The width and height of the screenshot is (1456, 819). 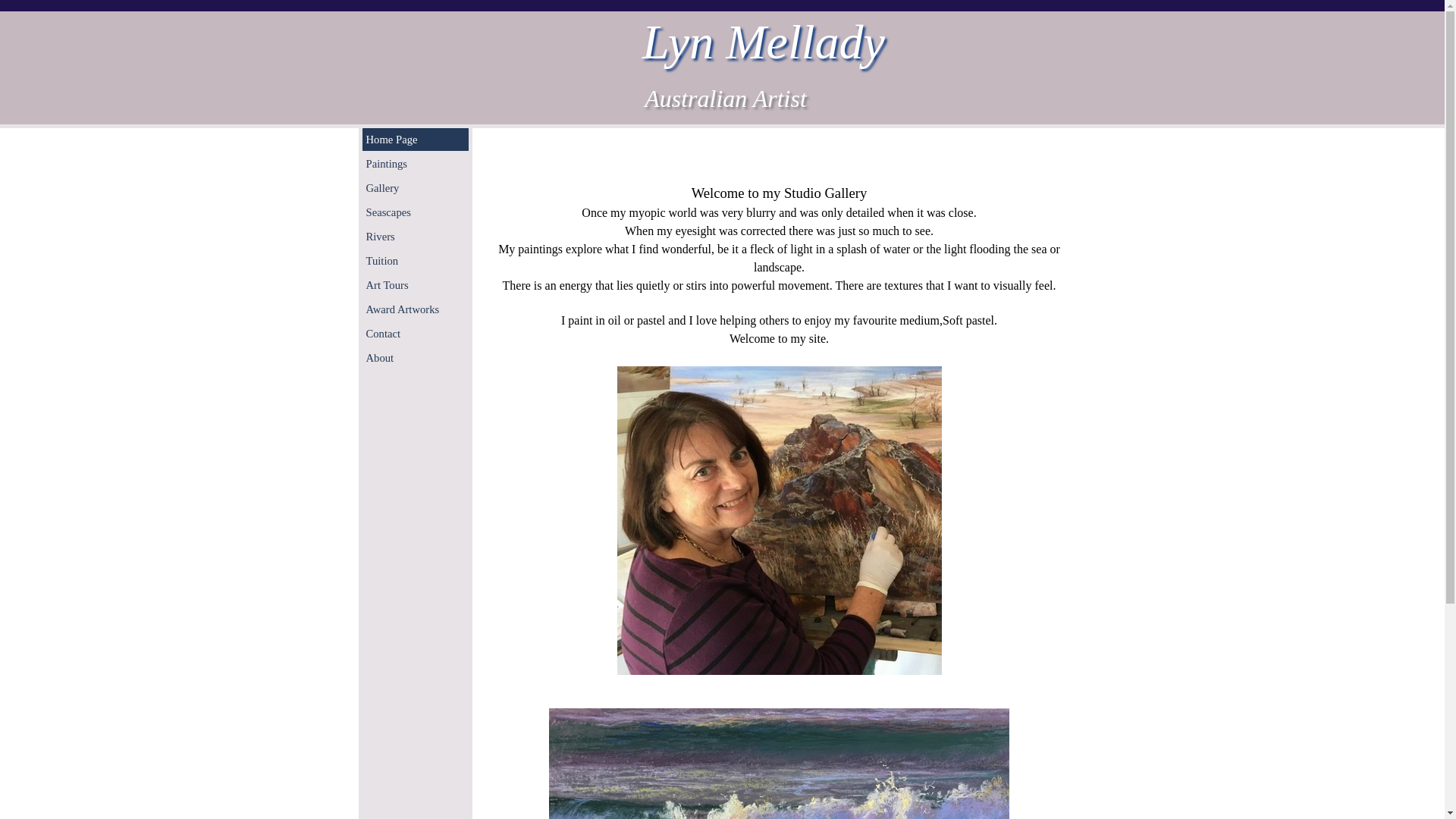 I want to click on 'Seascapes', so click(x=415, y=212).